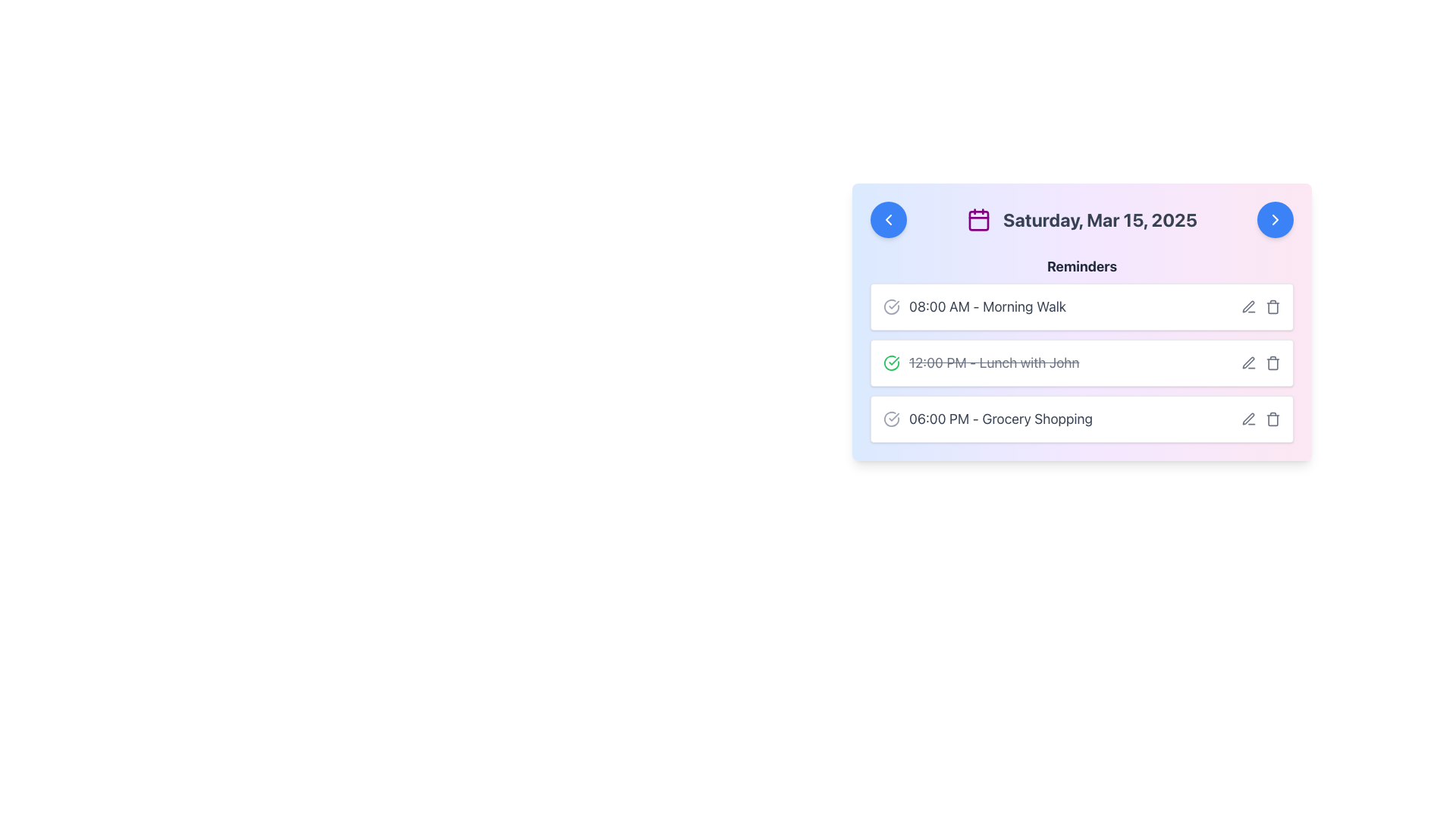 Image resolution: width=1456 pixels, height=819 pixels. I want to click on the Text label that serves as the title for the reminder list, located at the top of the list just below the date header, so click(1081, 265).